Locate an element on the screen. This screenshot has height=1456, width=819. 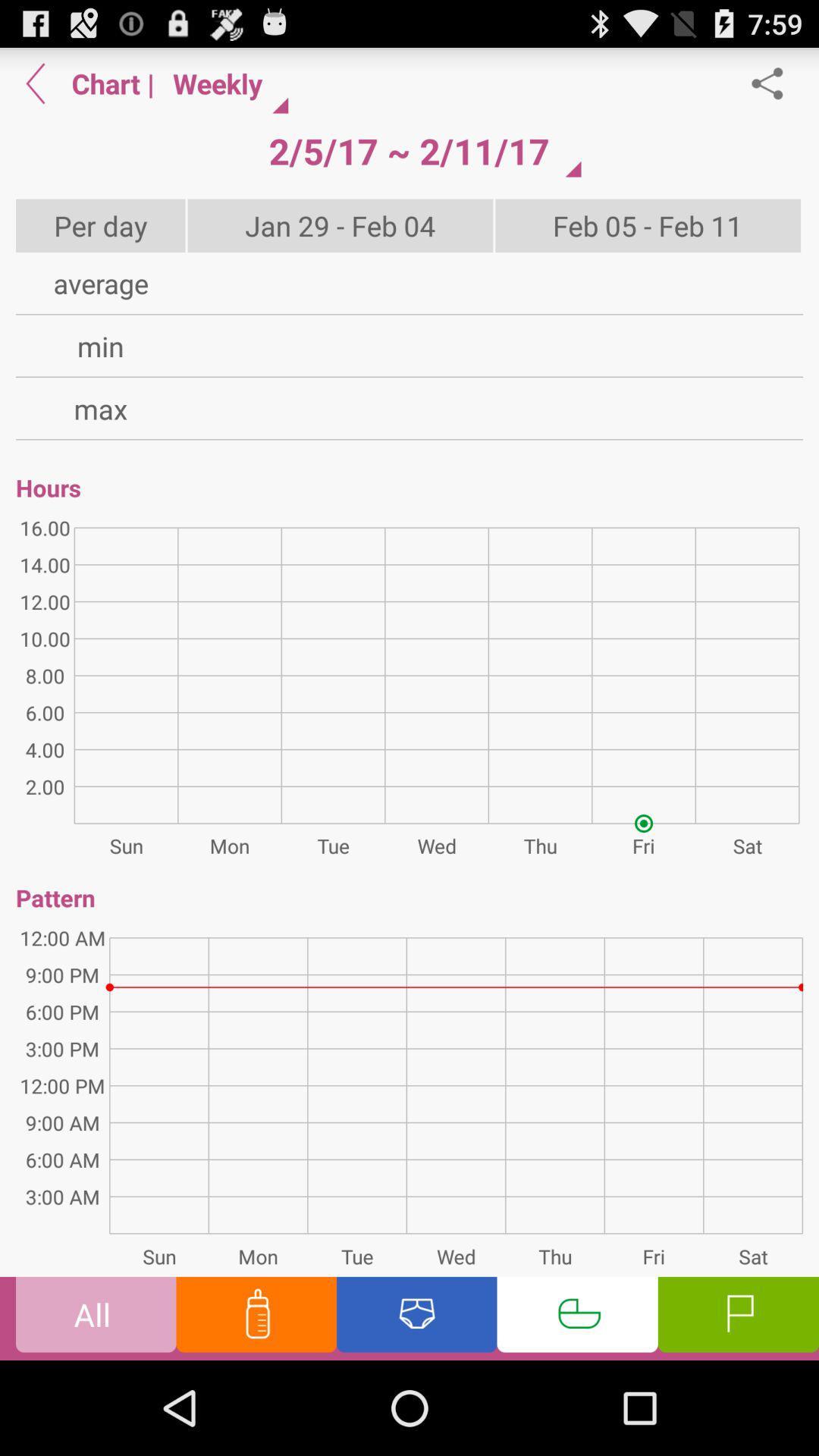
make note that baby ate is located at coordinates (256, 1317).